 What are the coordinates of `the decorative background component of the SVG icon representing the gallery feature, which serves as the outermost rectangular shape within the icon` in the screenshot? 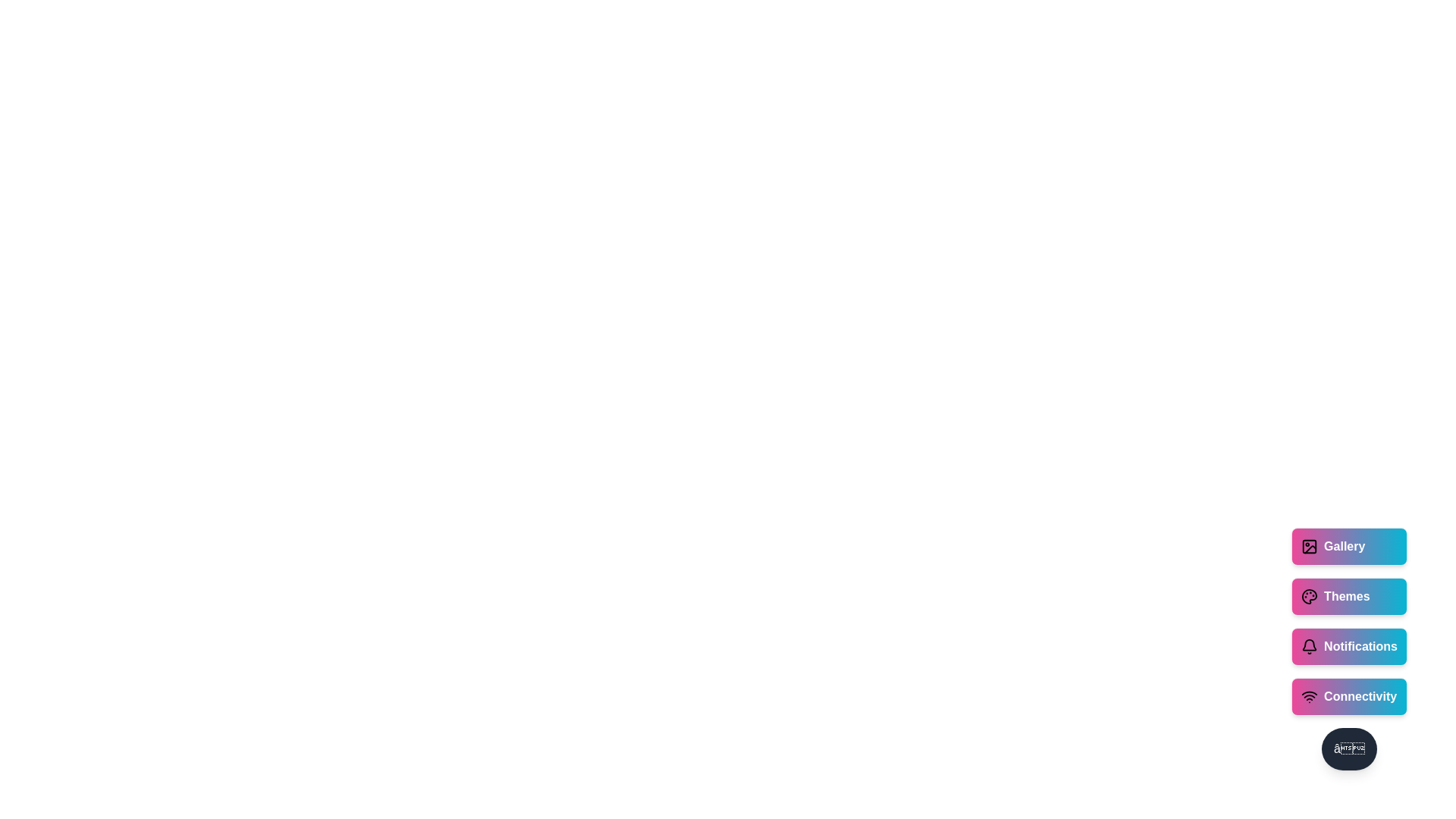 It's located at (1309, 547).